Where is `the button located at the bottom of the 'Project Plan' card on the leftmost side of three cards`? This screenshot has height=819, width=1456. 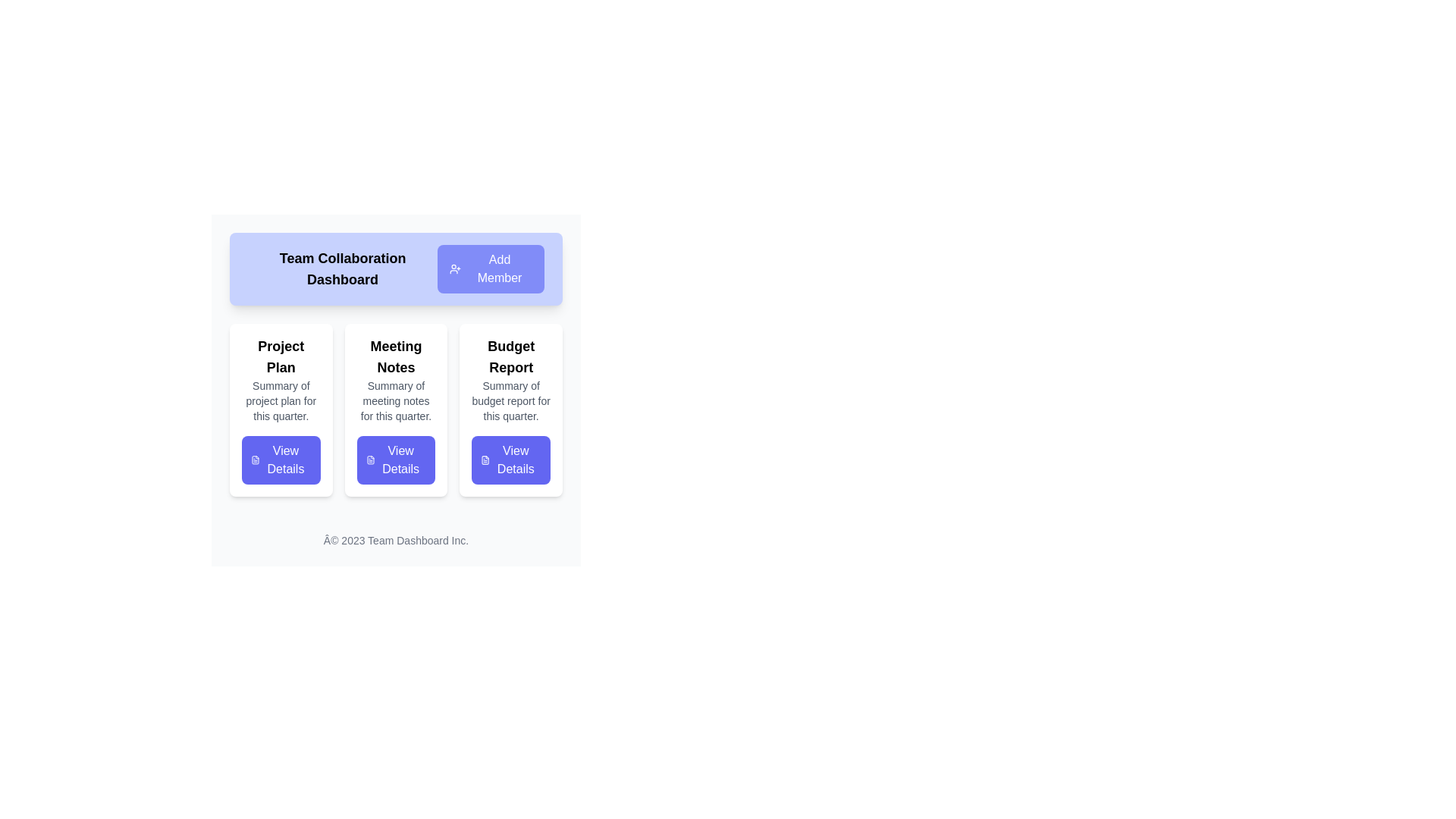 the button located at the bottom of the 'Project Plan' card on the leftmost side of three cards is located at coordinates (281, 459).